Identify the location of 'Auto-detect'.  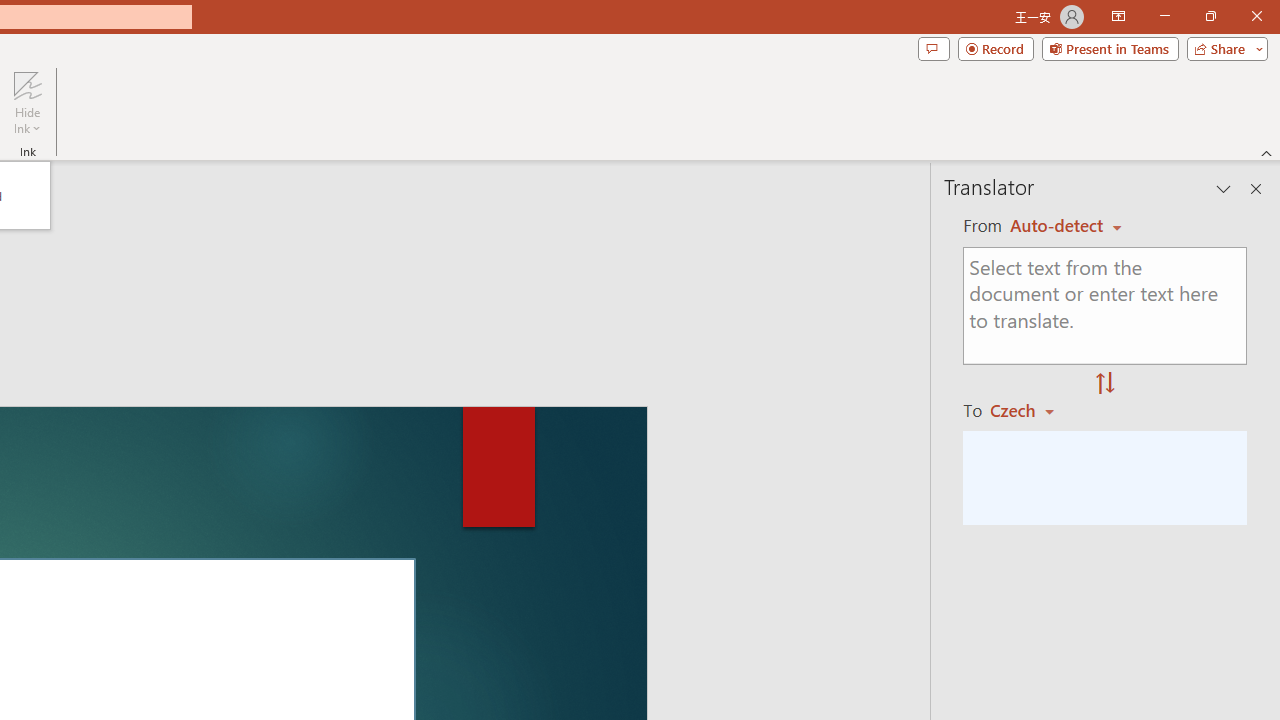
(1065, 225).